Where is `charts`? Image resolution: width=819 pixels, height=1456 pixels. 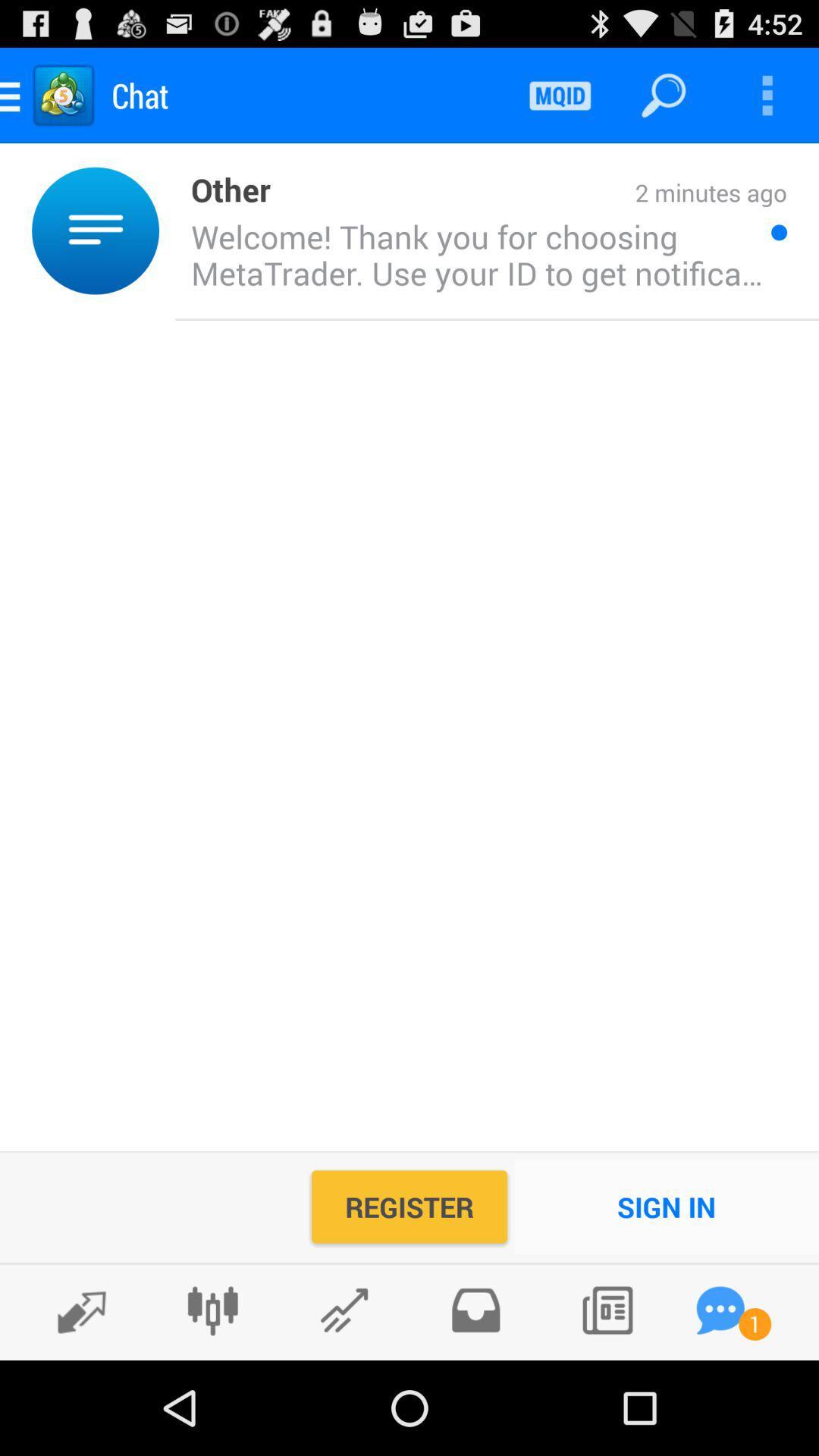 charts is located at coordinates (212, 1310).